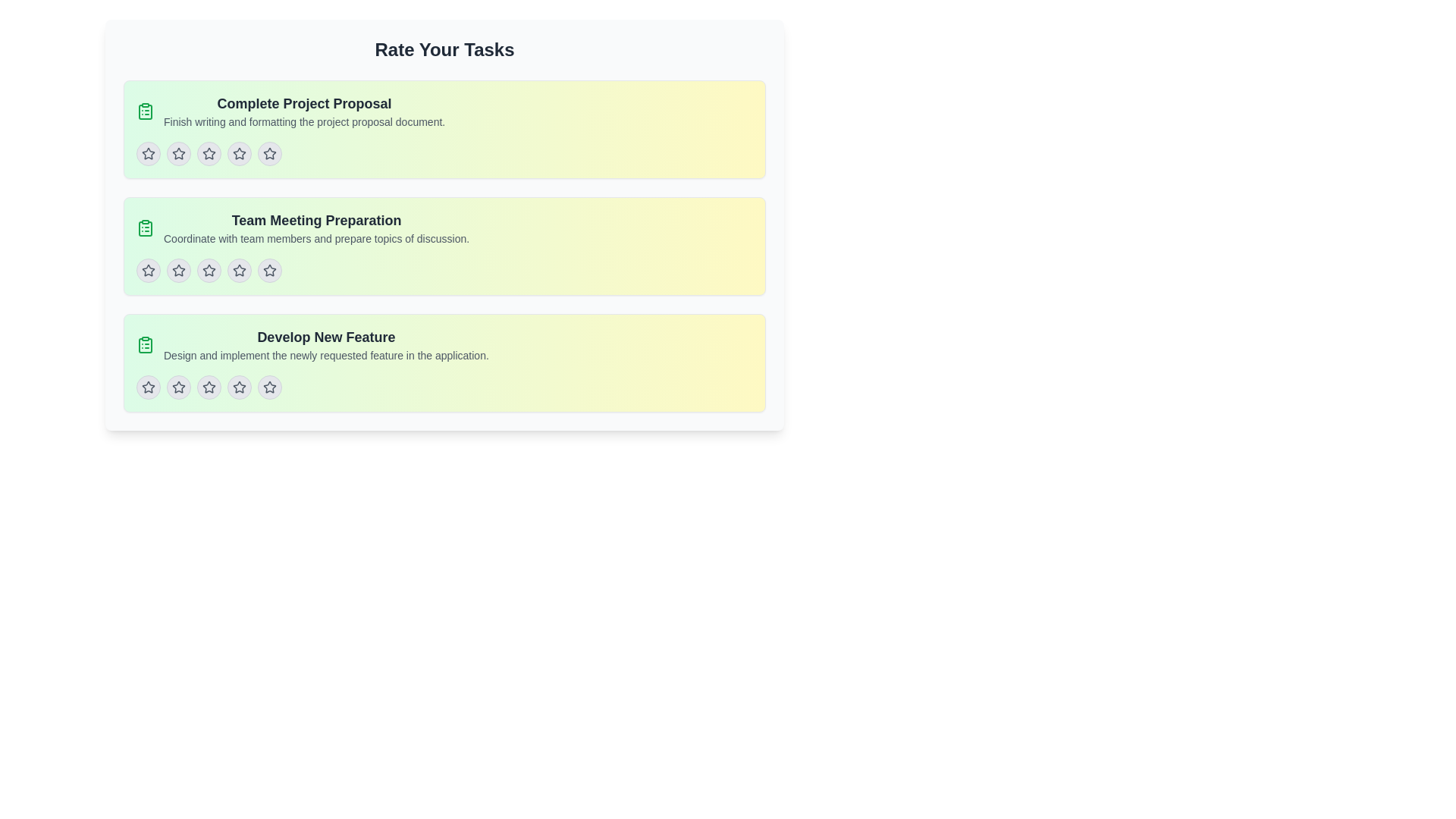 This screenshot has height=819, width=1456. I want to click on the second star icon in the sequence of five rating stars within the 'Team Meeting Preparation' section, so click(208, 269).